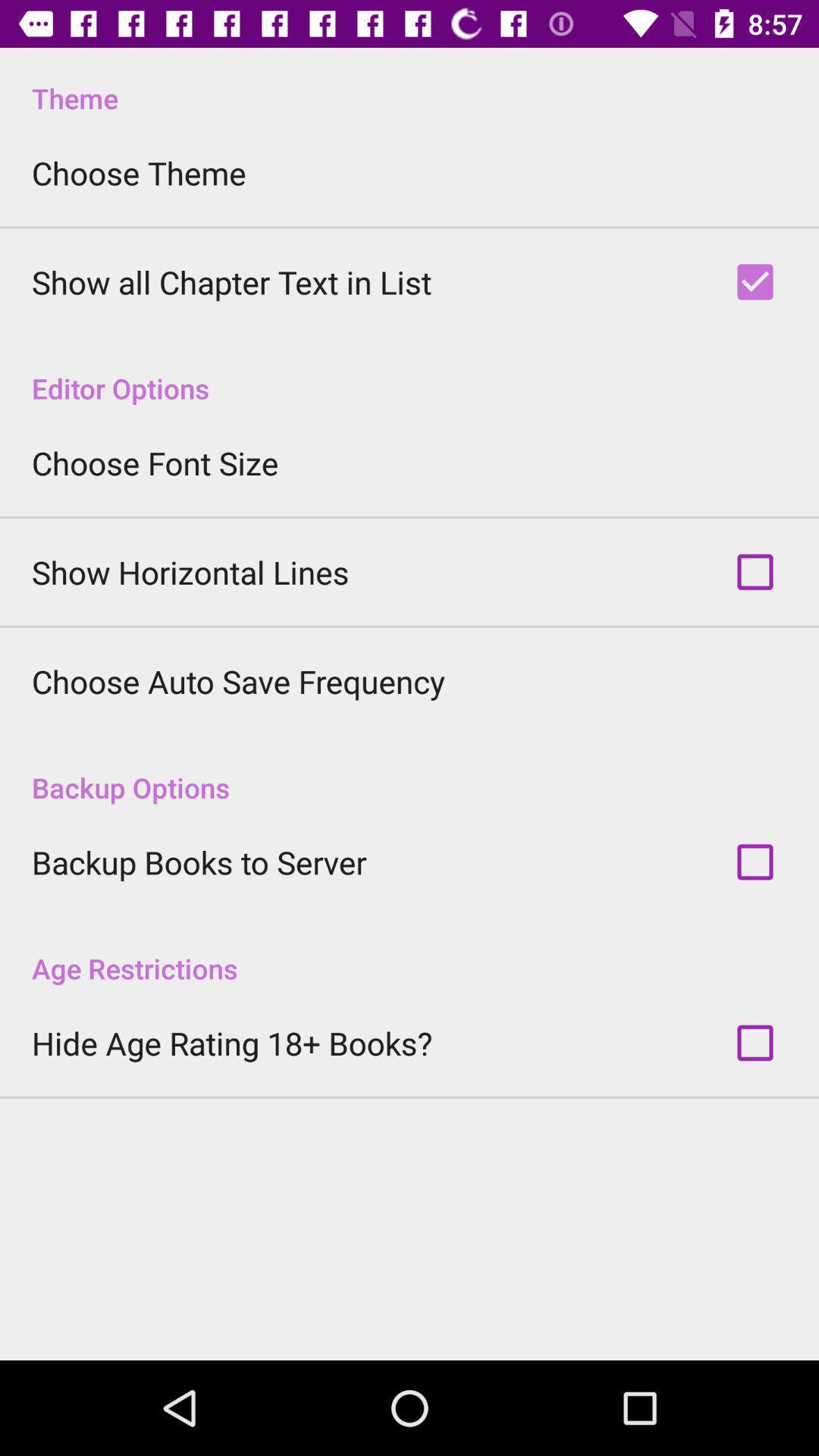 The image size is (819, 1456). What do you see at coordinates (155, 462) in the screenshot?
I see `the item below editor options` at bounding box center [155, 462].